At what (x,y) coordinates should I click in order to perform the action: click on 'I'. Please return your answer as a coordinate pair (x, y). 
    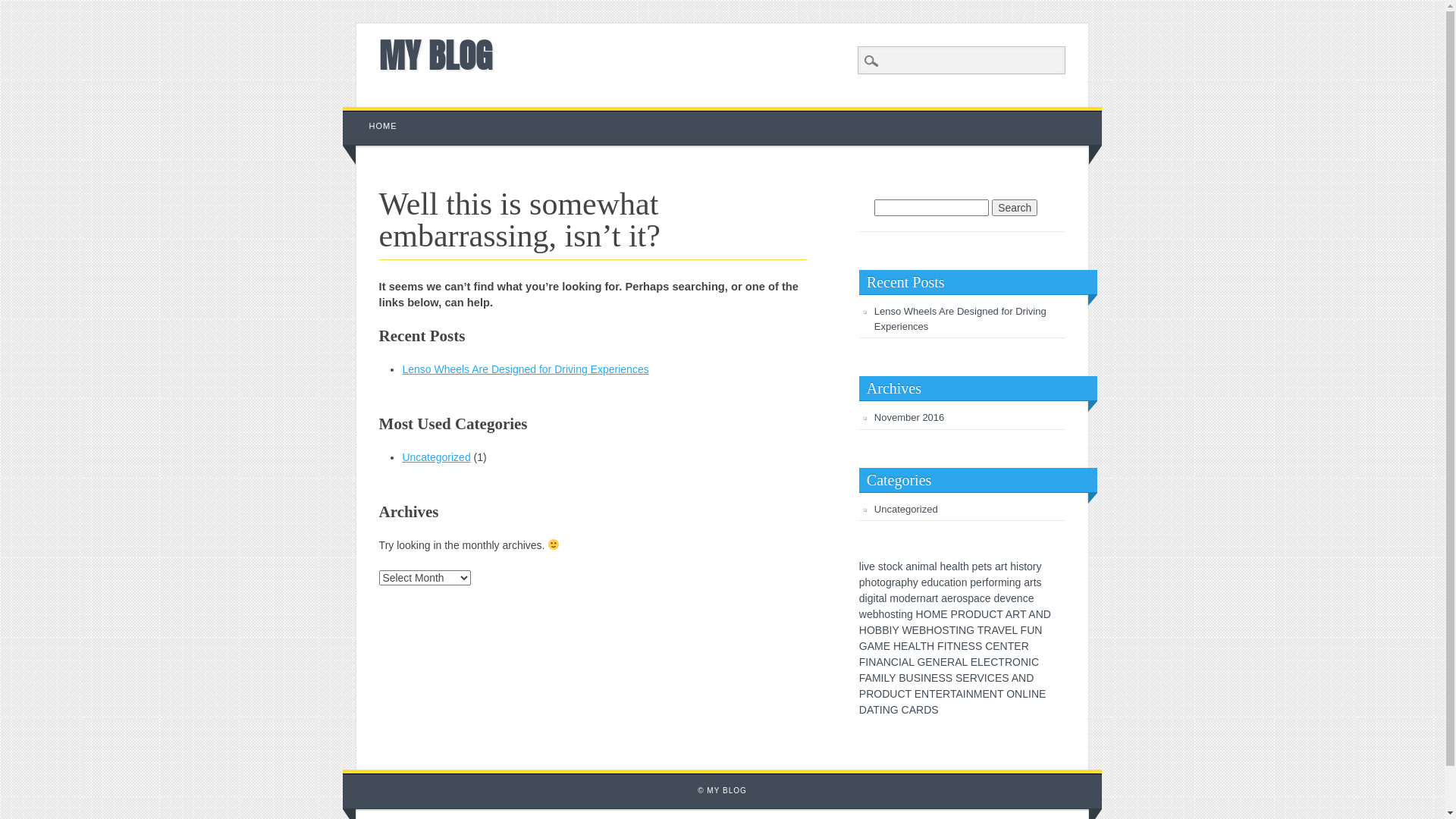
    Looking at the image, I should click on (945, 646).